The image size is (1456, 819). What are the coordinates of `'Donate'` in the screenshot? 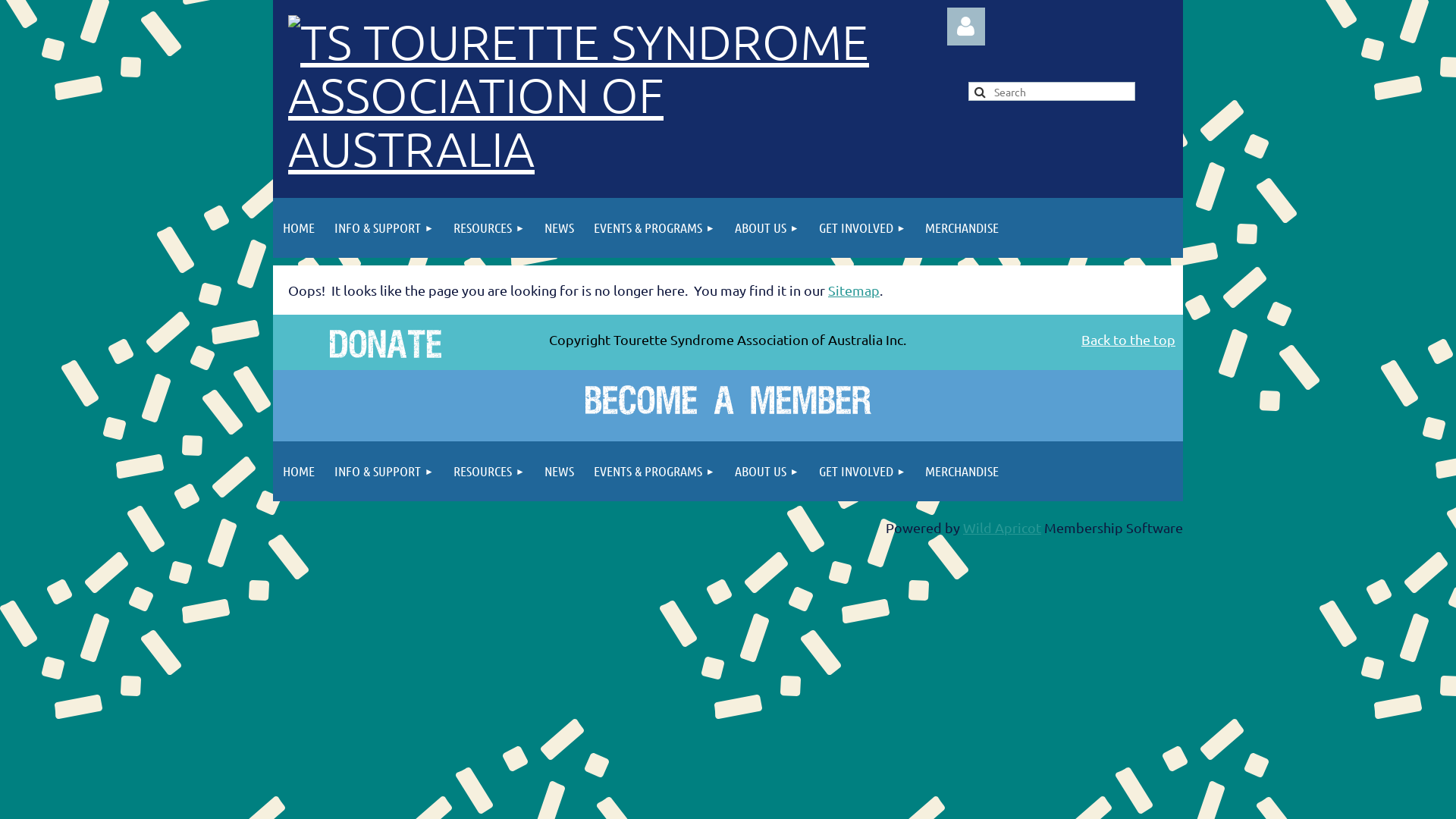 It's located at (385, 344).